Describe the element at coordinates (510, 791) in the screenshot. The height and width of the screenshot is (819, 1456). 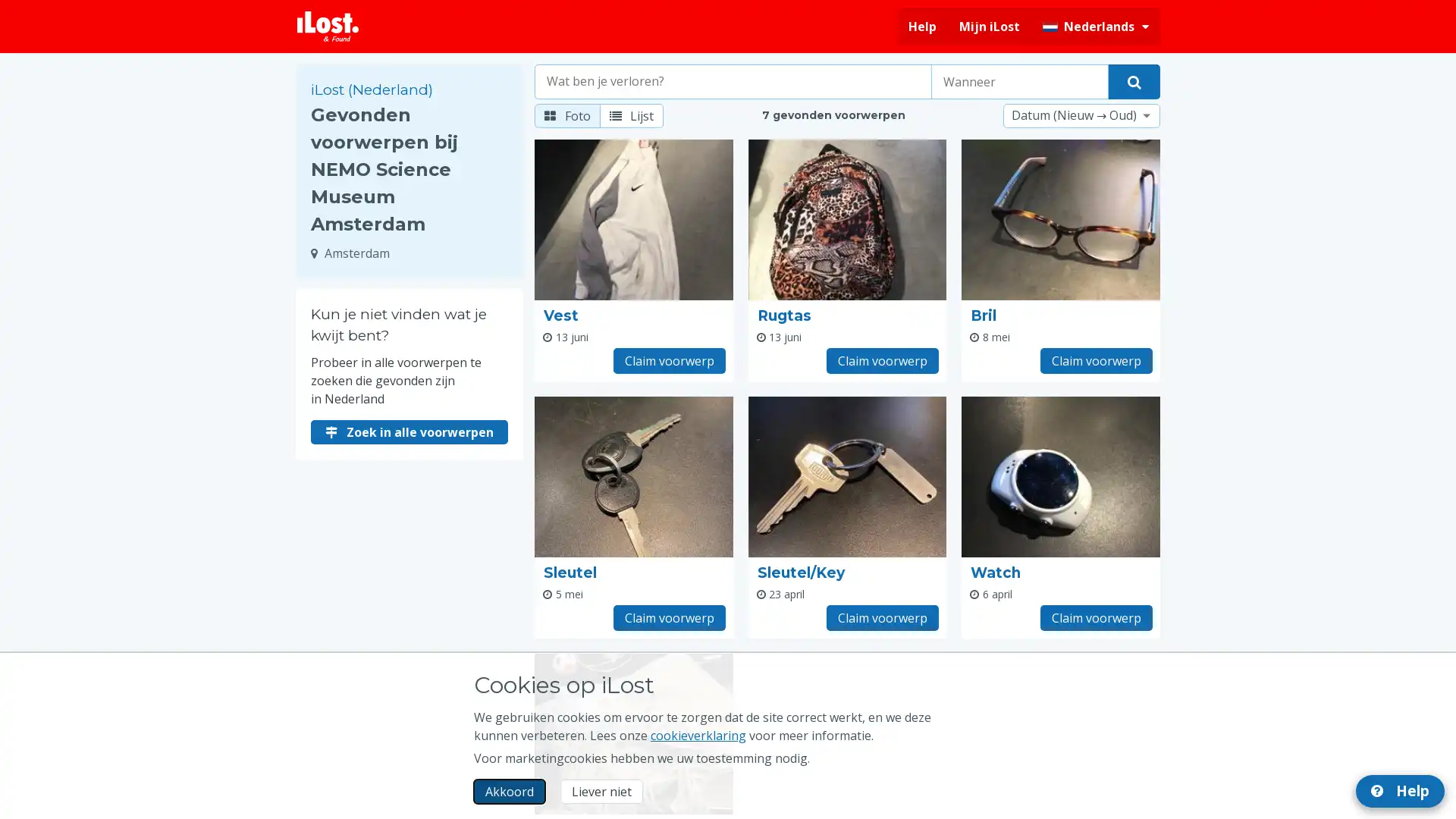
I see `Akkoord Ik accepteer het gebruik van marketingcookies` at that location.